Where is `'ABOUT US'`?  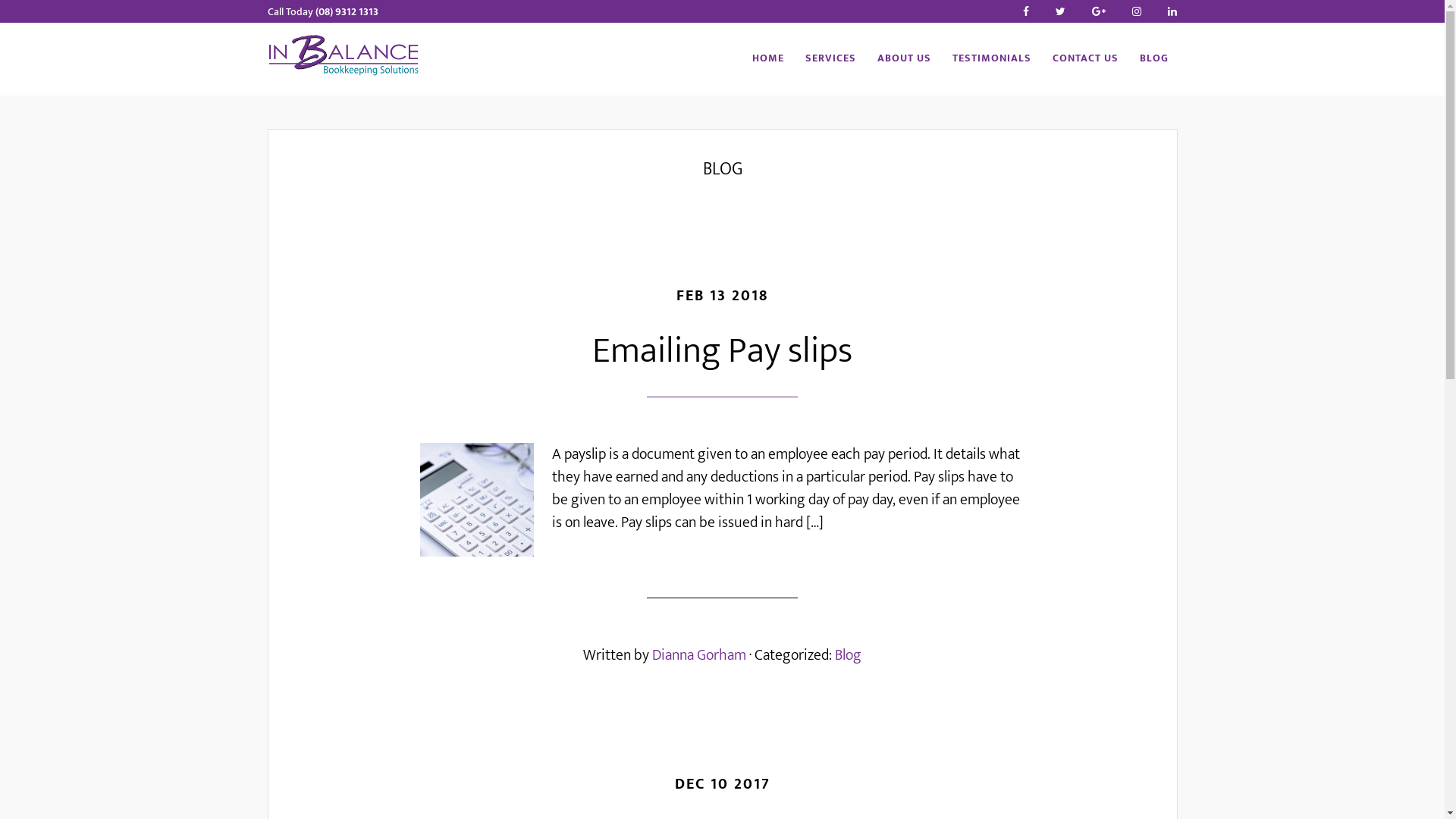
'ABOUT US' is located at coordinates (903, 58).